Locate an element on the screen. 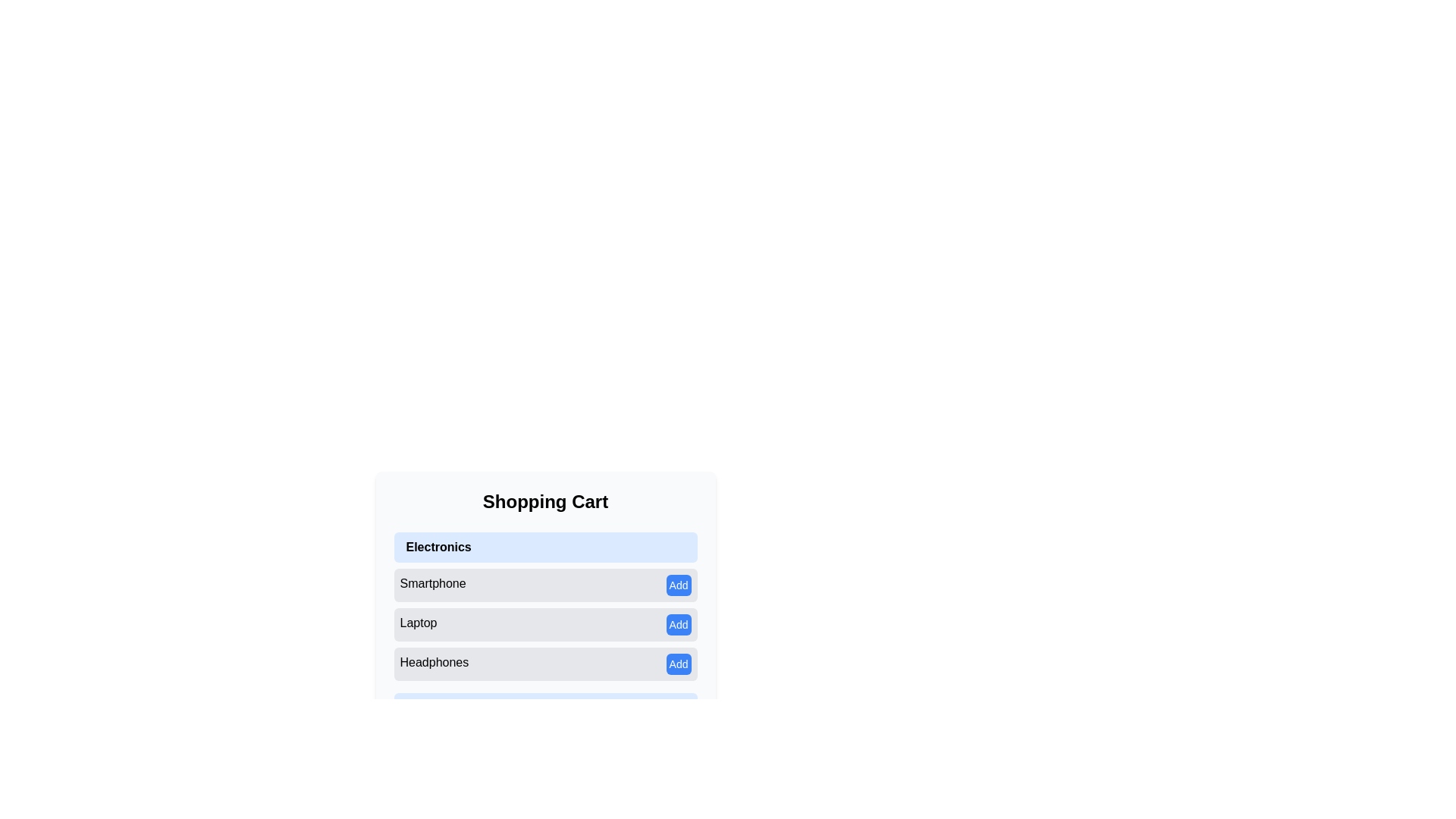 The width and height of the screenshot is (1456, 819). the text label displaying 'Laptop', which is styled in black on a white background and located in the middle section of the shopping cart list, positioned between 'Smartphone' and 'Headphones' is located at coordinates (419, 625).